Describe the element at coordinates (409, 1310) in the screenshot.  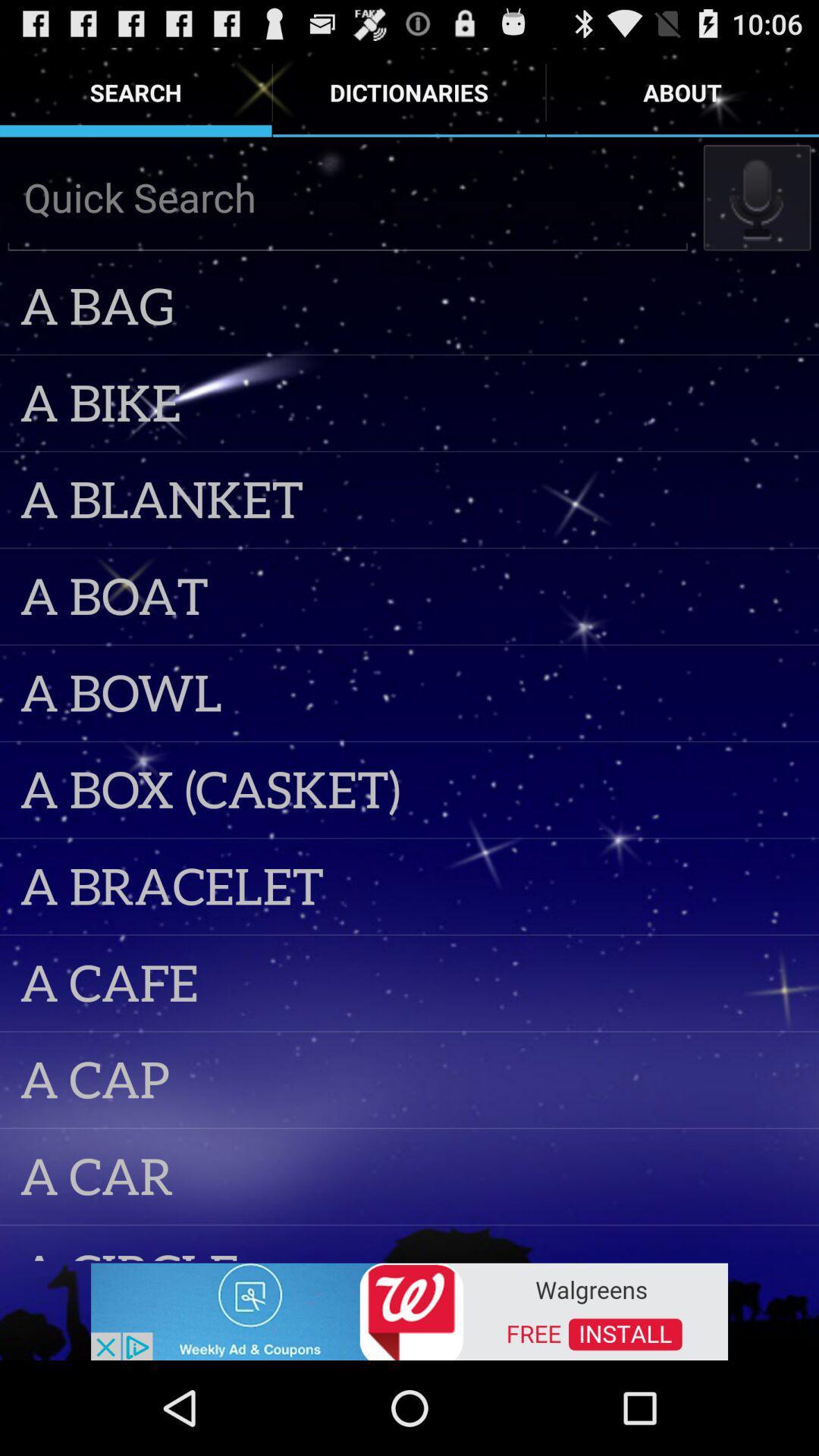
I see `open advertisement` at that location.